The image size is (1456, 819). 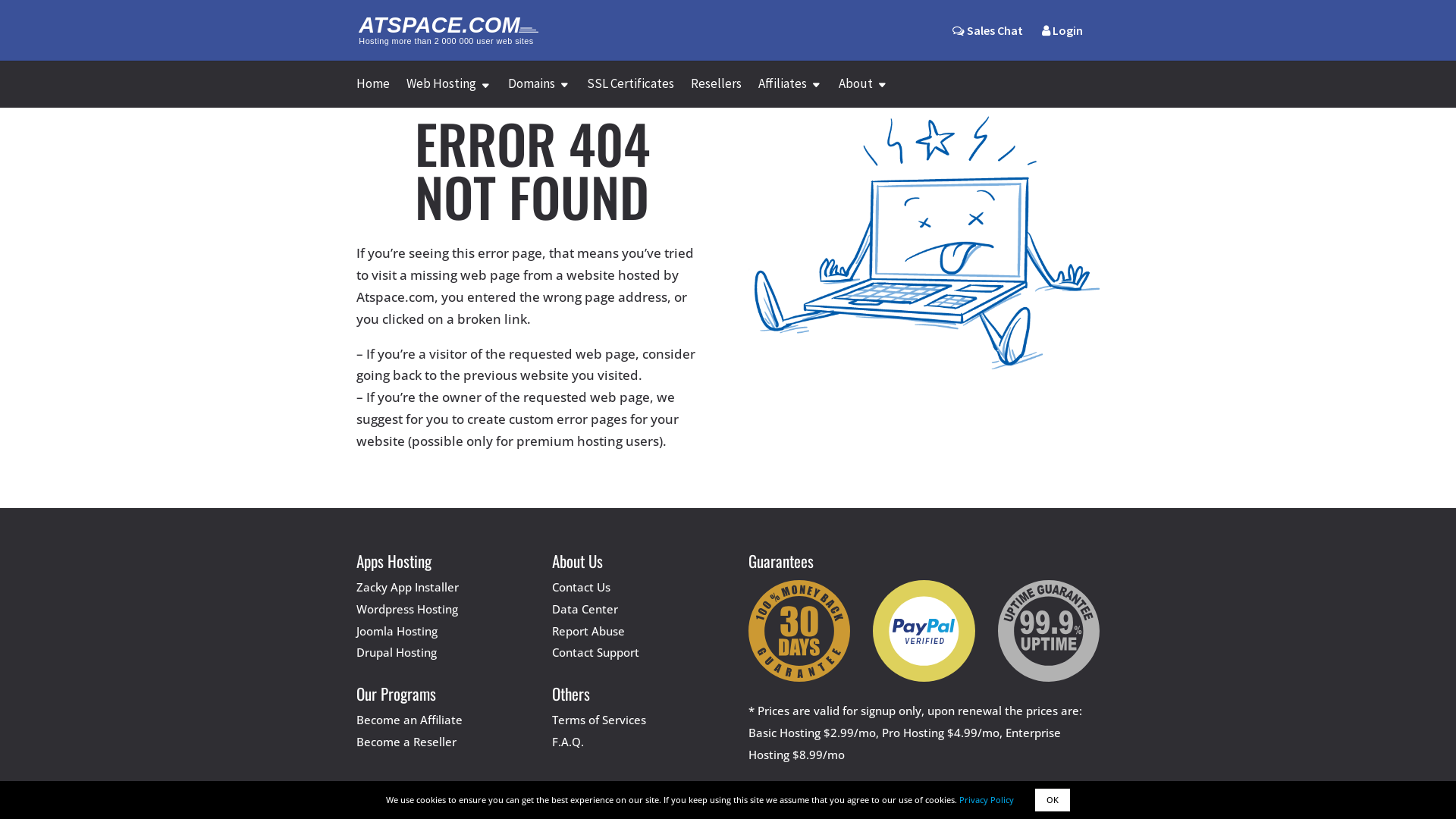 What do you see at coordinates (584, 607) in the screenshot?
I see `'Data Center'` at bounding box center [584, 607].